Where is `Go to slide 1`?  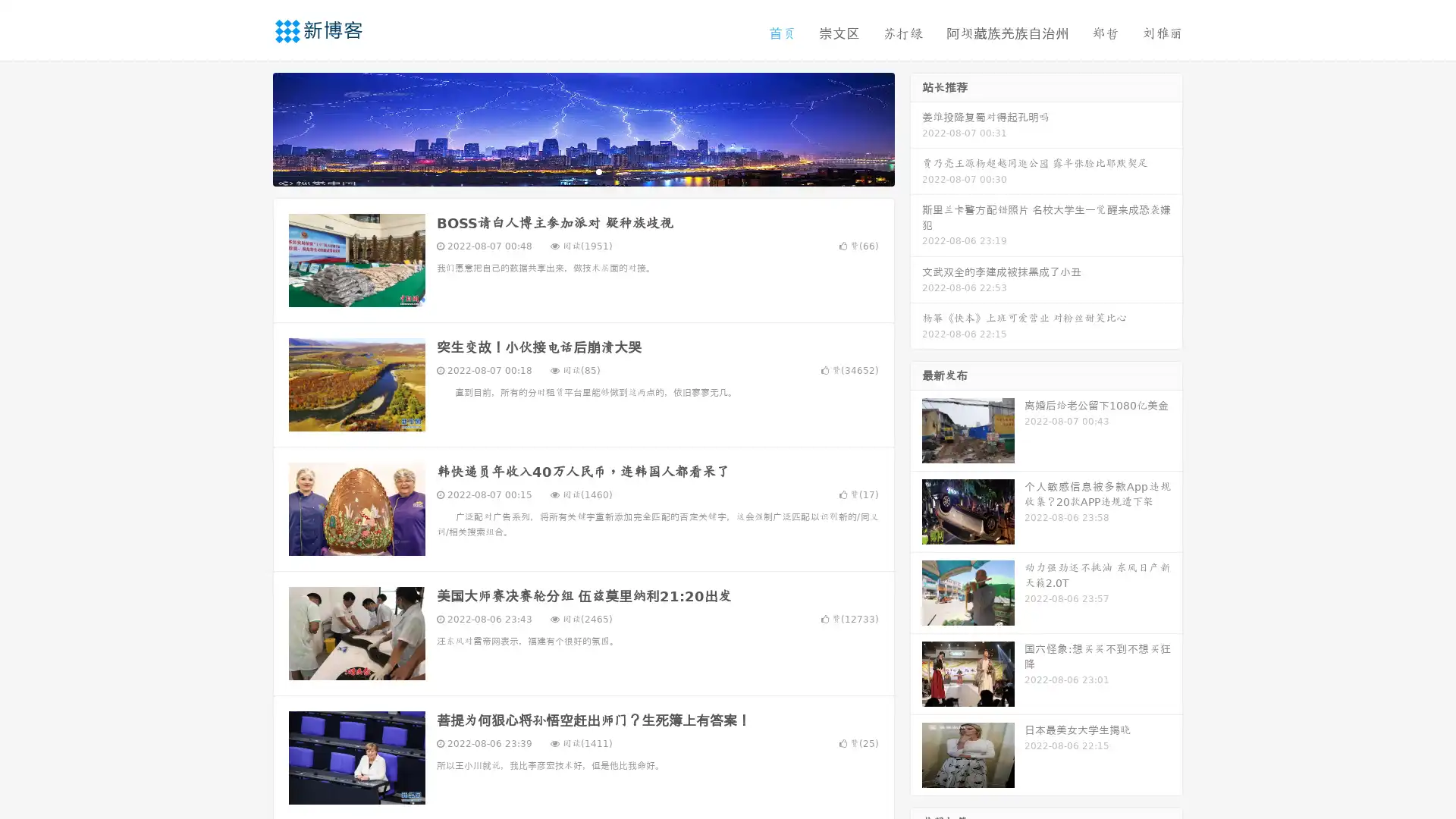
Go to slide 1 is located at coordinates (567, 171).